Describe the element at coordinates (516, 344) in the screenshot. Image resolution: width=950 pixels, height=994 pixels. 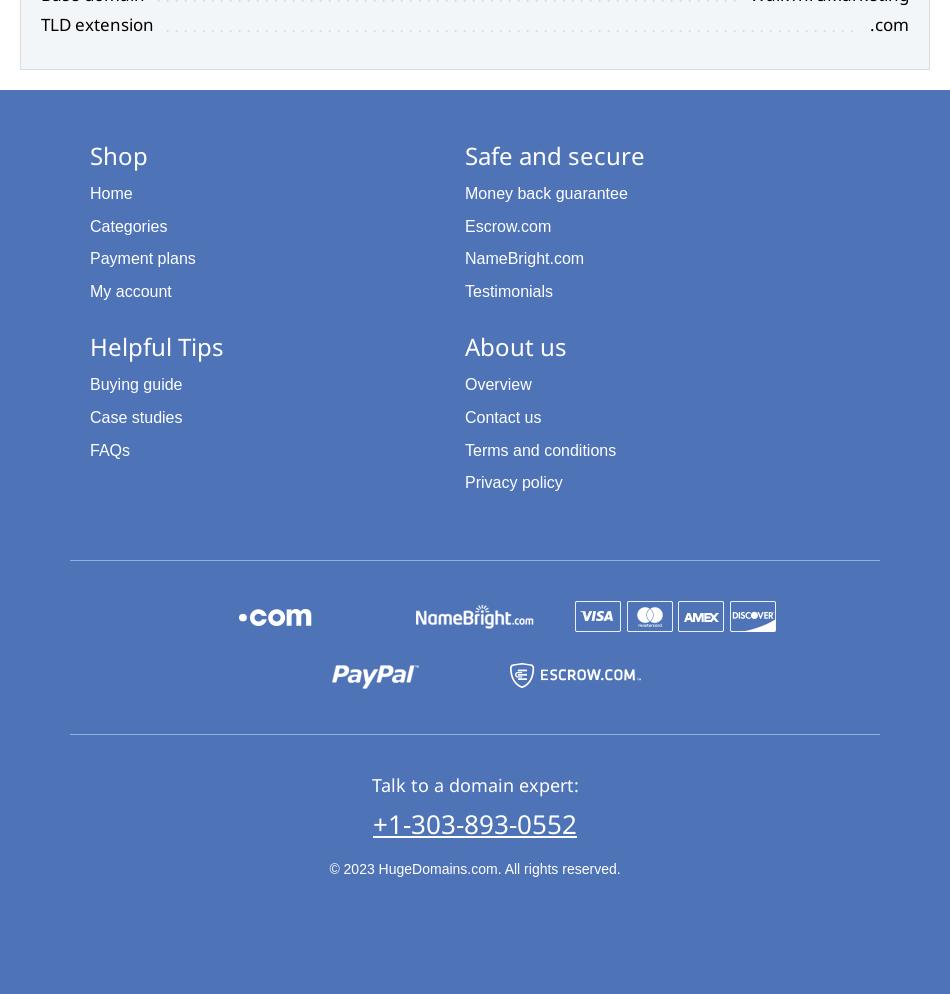
I see `'About us'` at that location.